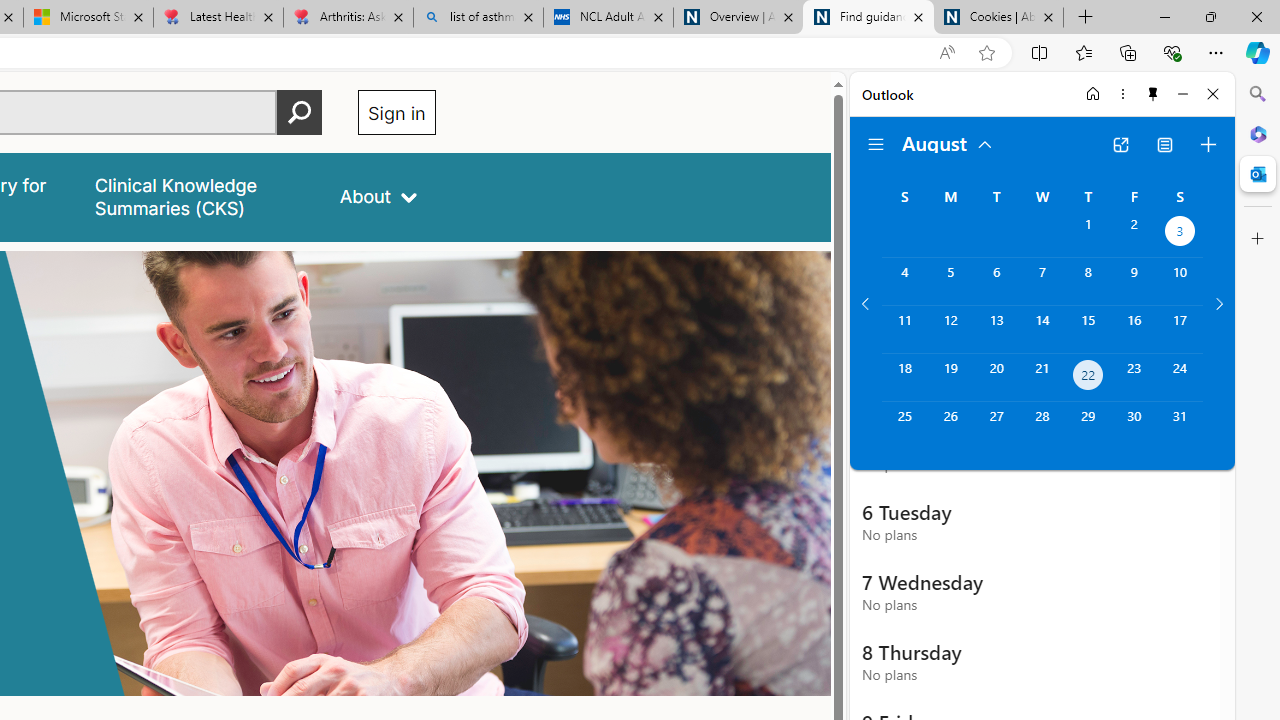  Describe the element at coordinates (1180, 377) in the screenshot. I see `'Saturday, August 24, 2024. '` at that location.